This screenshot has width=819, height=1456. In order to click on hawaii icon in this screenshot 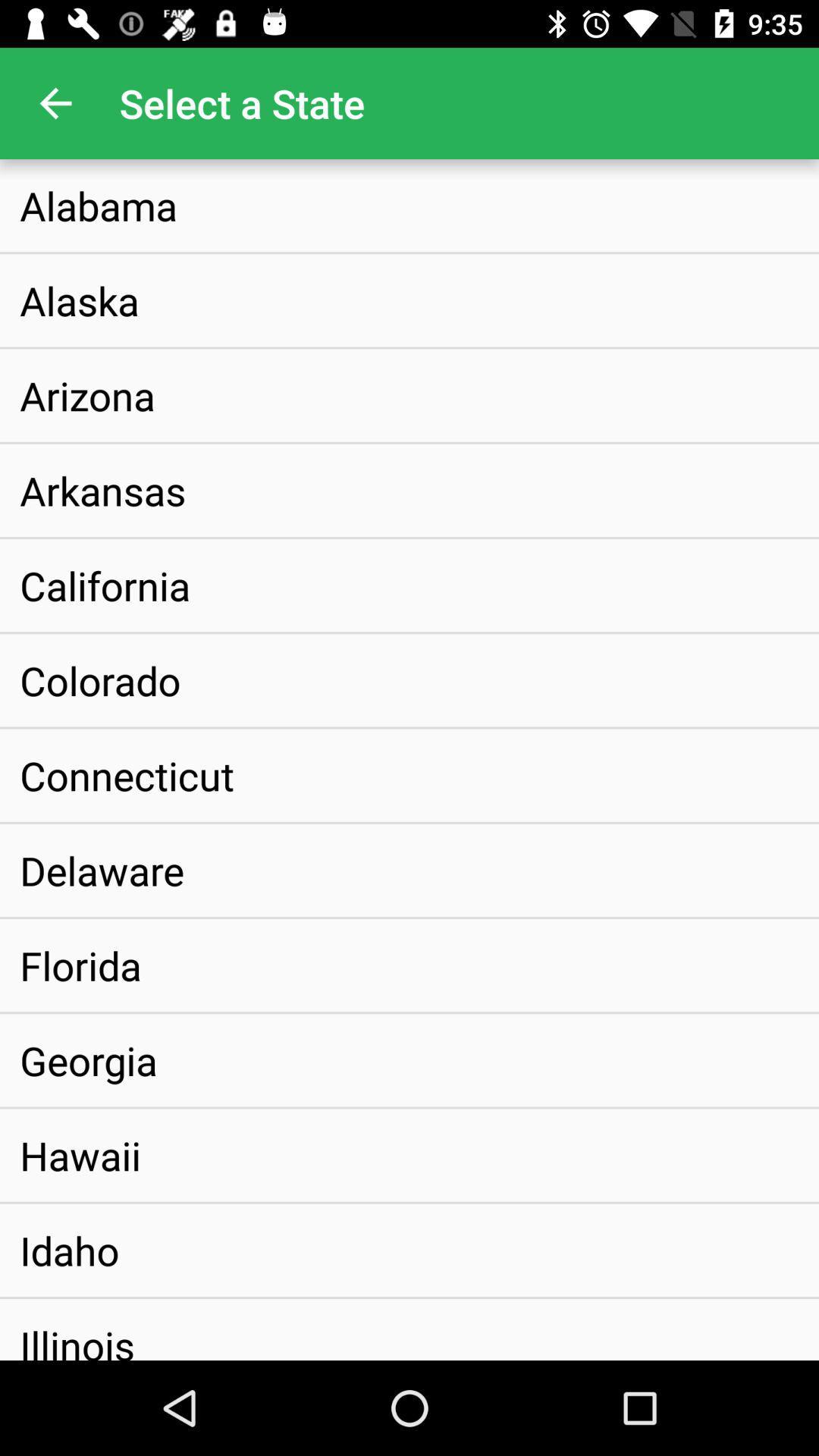, I will do `click(80, 1154)`.